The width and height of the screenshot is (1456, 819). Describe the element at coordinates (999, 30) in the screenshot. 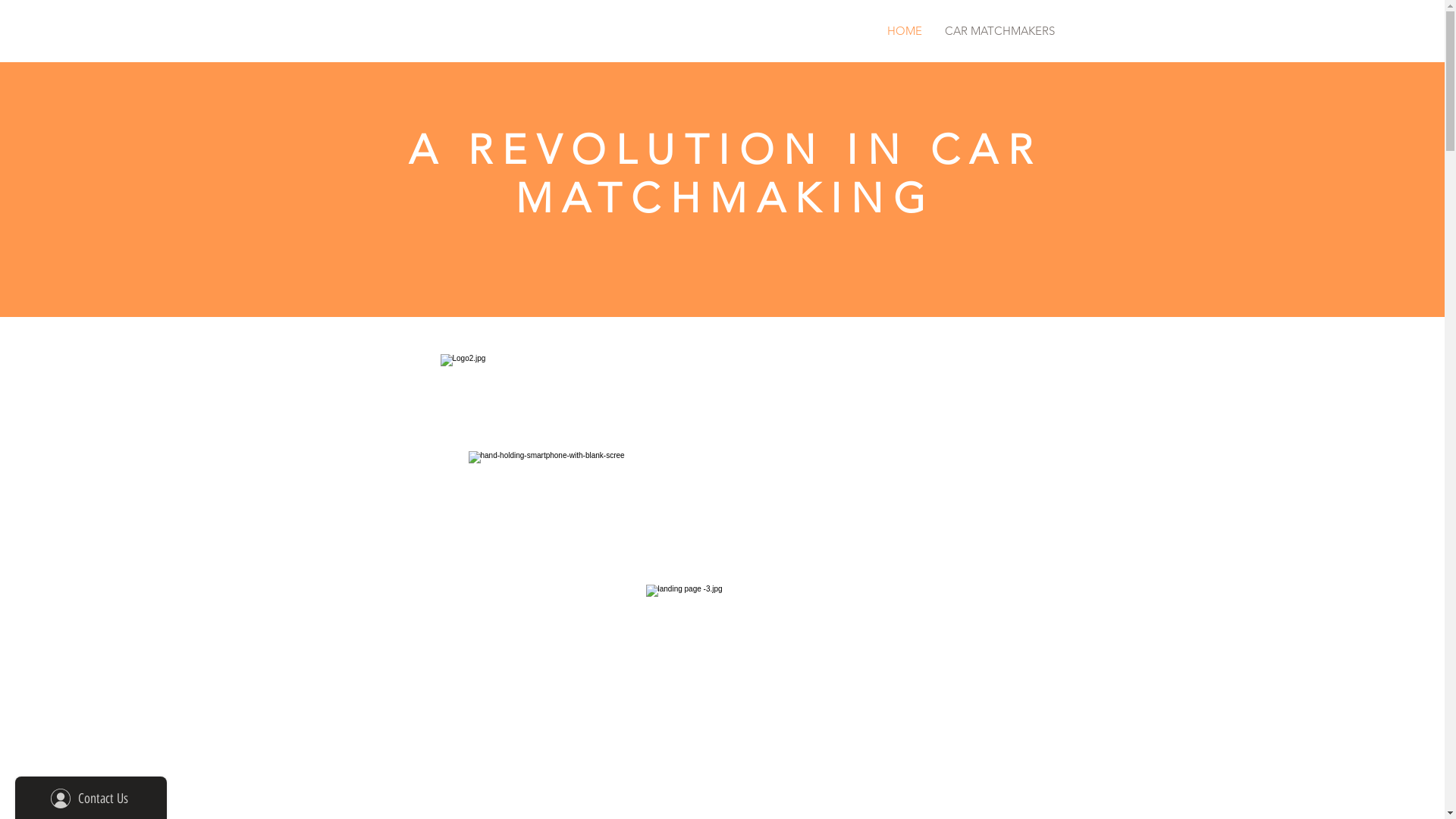

I see `'CAR MATCHMAKERS'` at that location.